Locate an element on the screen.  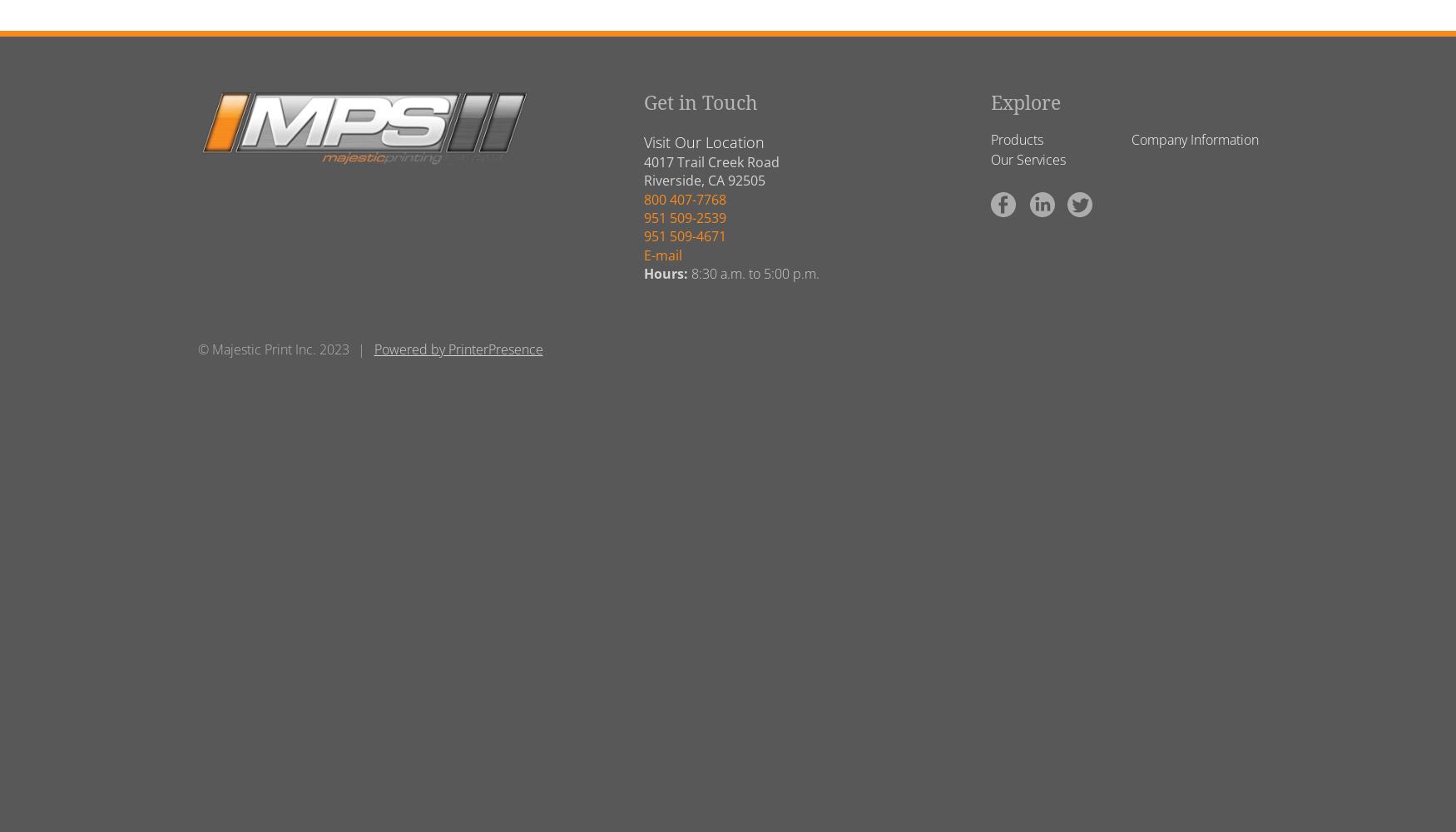
'Hours:' is located at coordinates (665, 273).